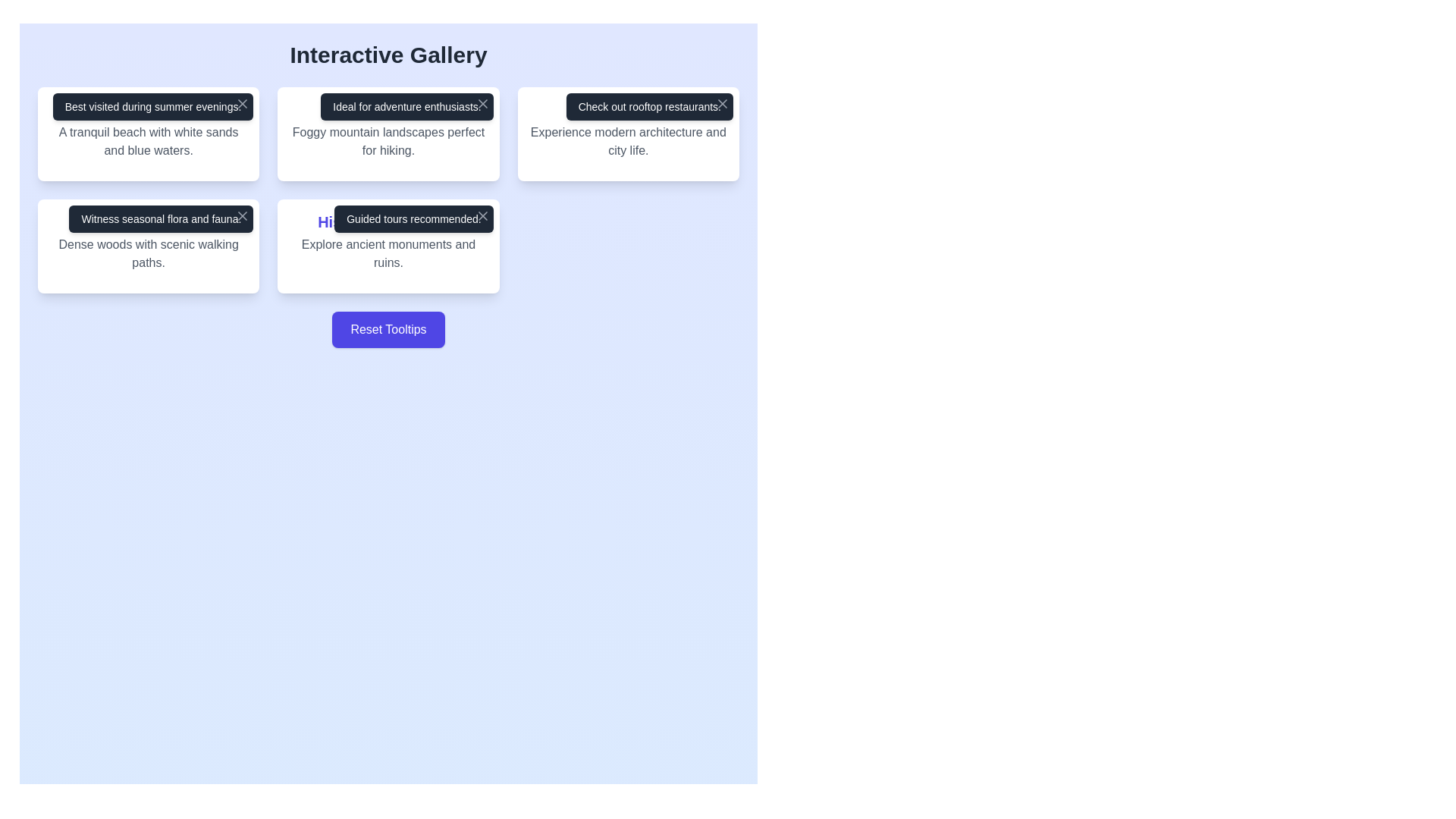 The image size is (1456, 819). I want to click on the close icon located at the top right corner of the 'Best visited during summer evenings' card, so click(243, 103).